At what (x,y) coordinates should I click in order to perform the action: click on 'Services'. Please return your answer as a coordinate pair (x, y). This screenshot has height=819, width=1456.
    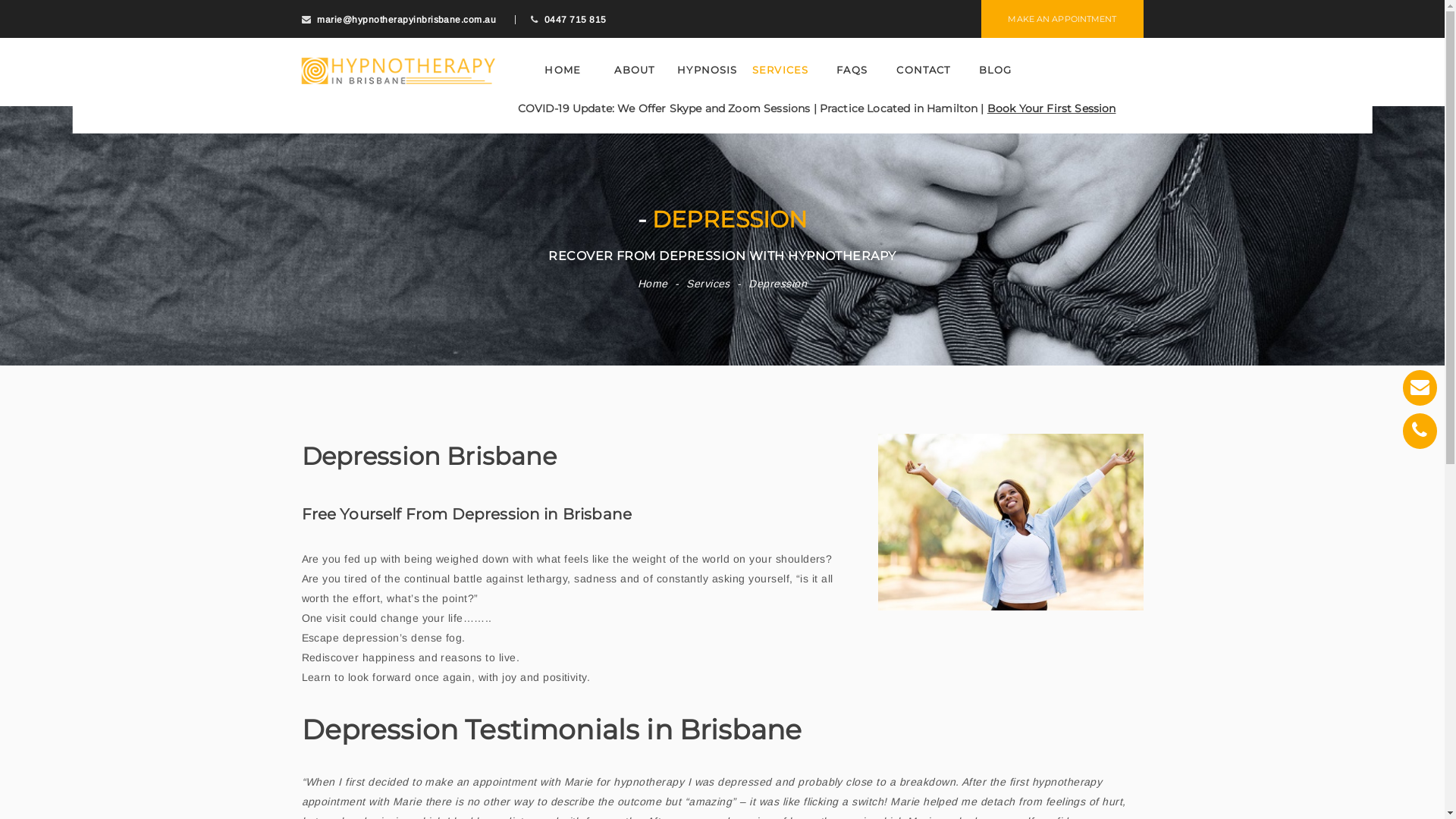
    Looking at the image, I should click on (708, 284).